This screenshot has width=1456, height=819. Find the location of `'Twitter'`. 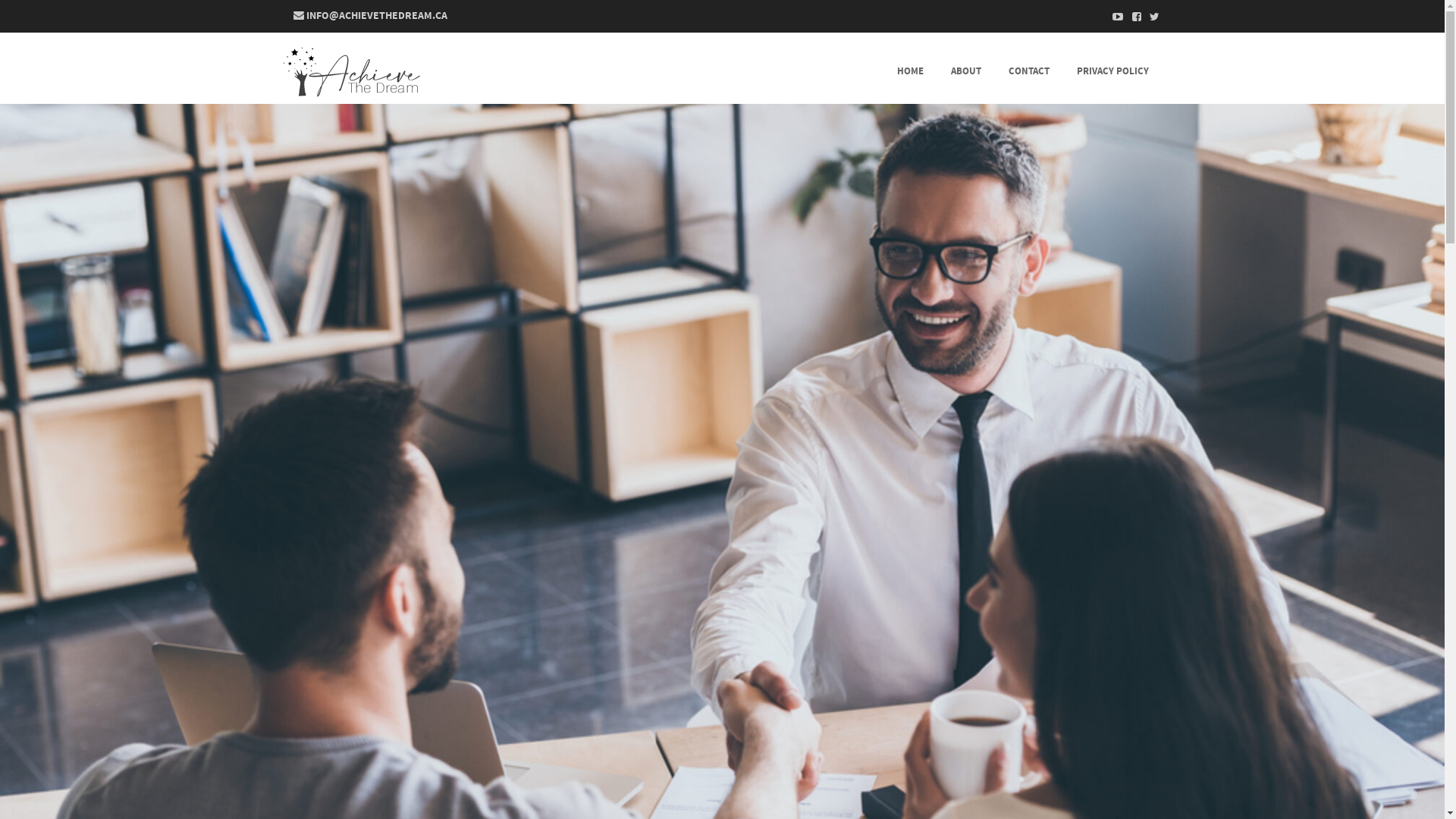

'Twitter' is located at coordinates (1150, 17).